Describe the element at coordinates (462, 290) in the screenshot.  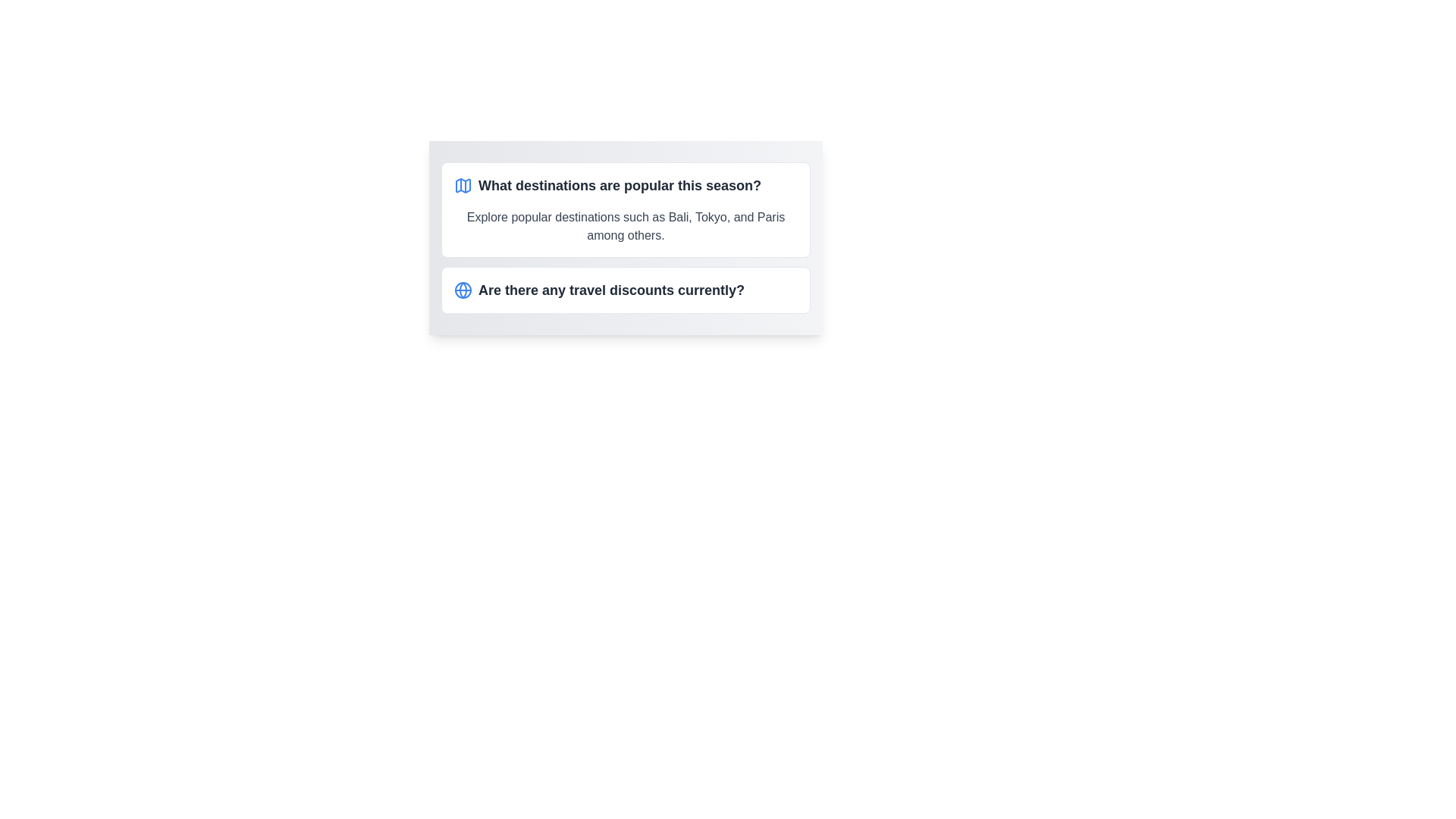
I see `the globe icon located to the left of the question 'Are there any travel discounts currently?'` at that location.